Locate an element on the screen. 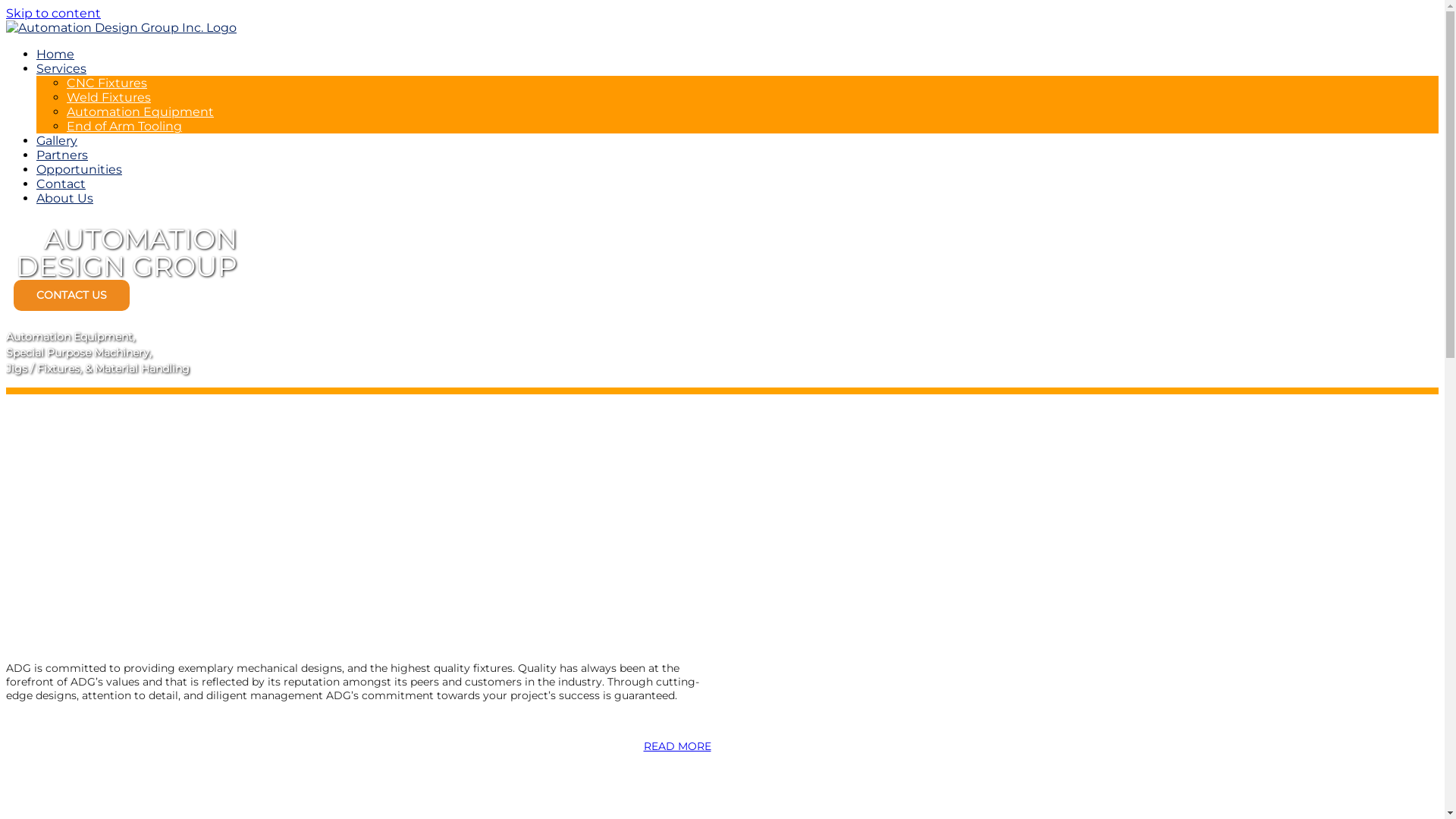  'Skip to content' is located at coordinates (53, 13).